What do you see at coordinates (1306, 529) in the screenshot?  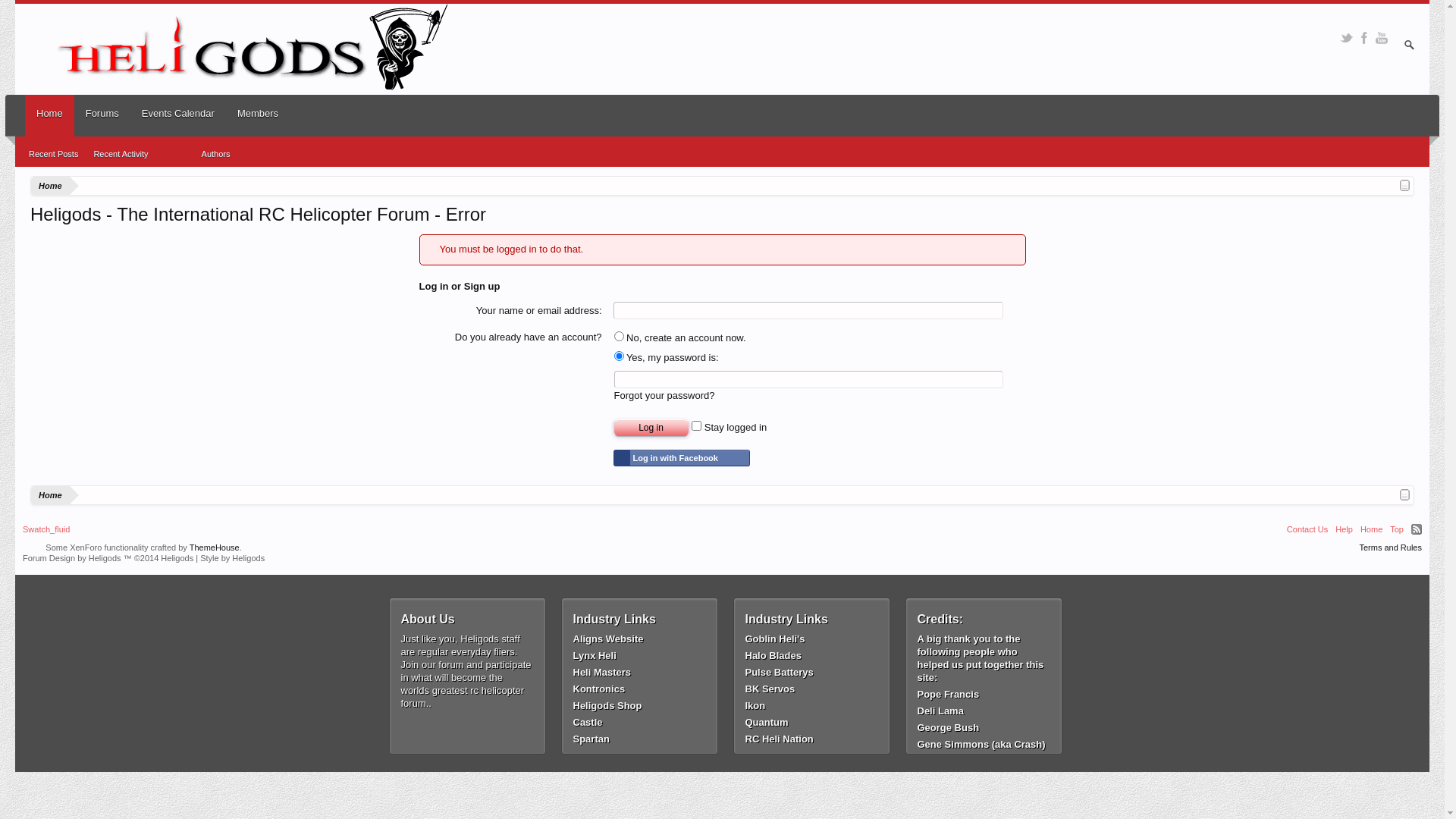 I see `'Contact Us'` at bounding box center [1306, 529].